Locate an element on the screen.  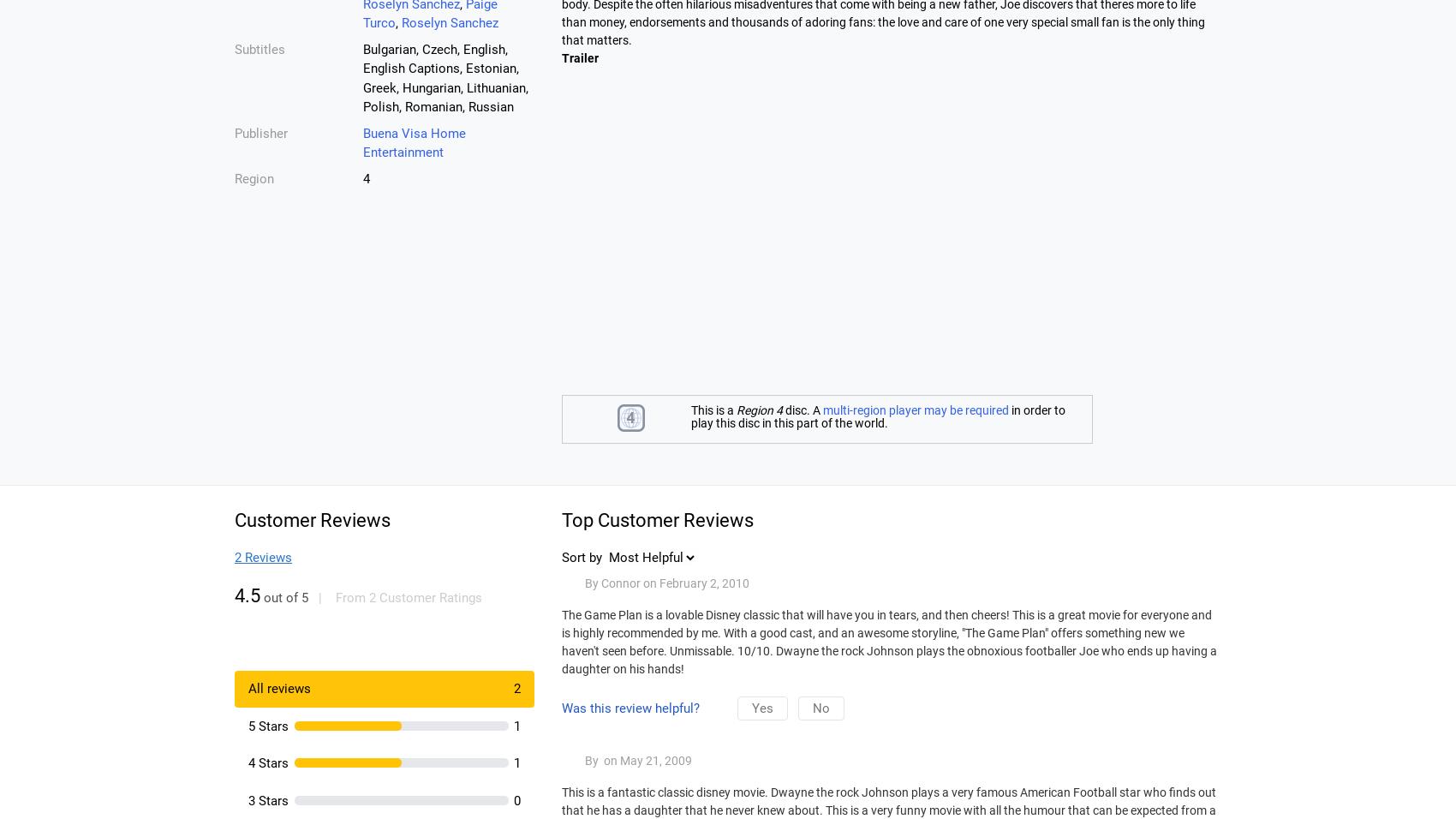
'3 Stars' is located at coordinates (268, 800).